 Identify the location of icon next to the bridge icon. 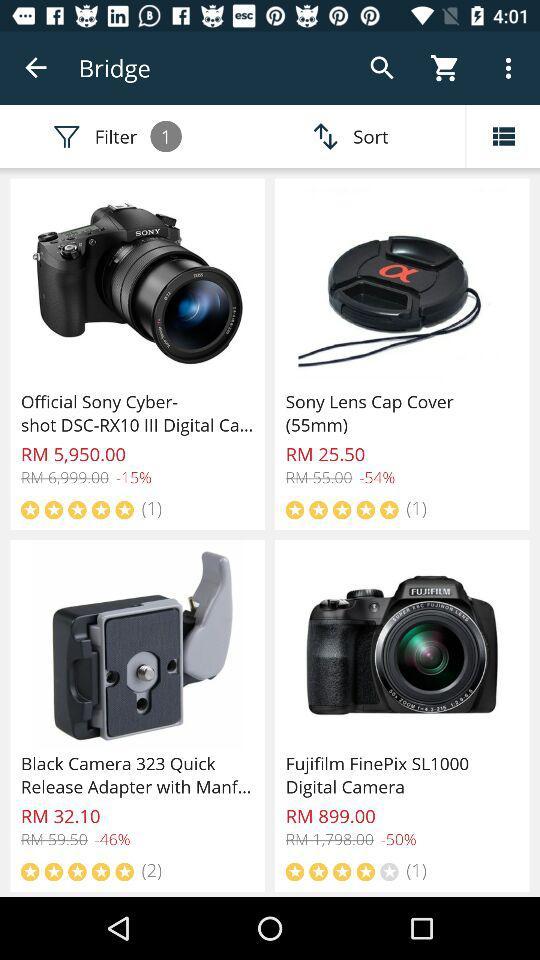
(36, 68).